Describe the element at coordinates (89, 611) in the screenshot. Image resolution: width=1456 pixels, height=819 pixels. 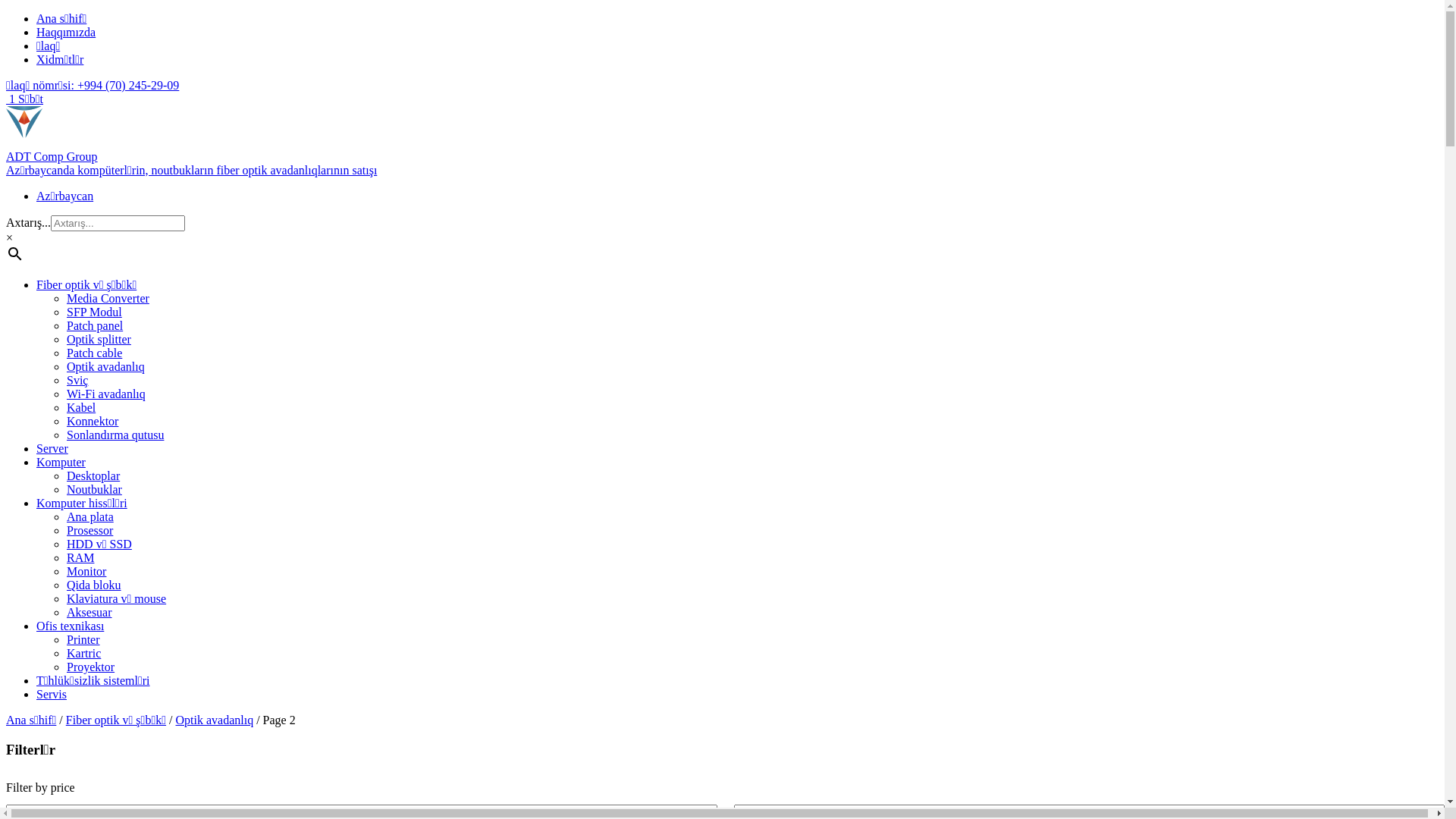
I see `'Aksesuar'` at that location.